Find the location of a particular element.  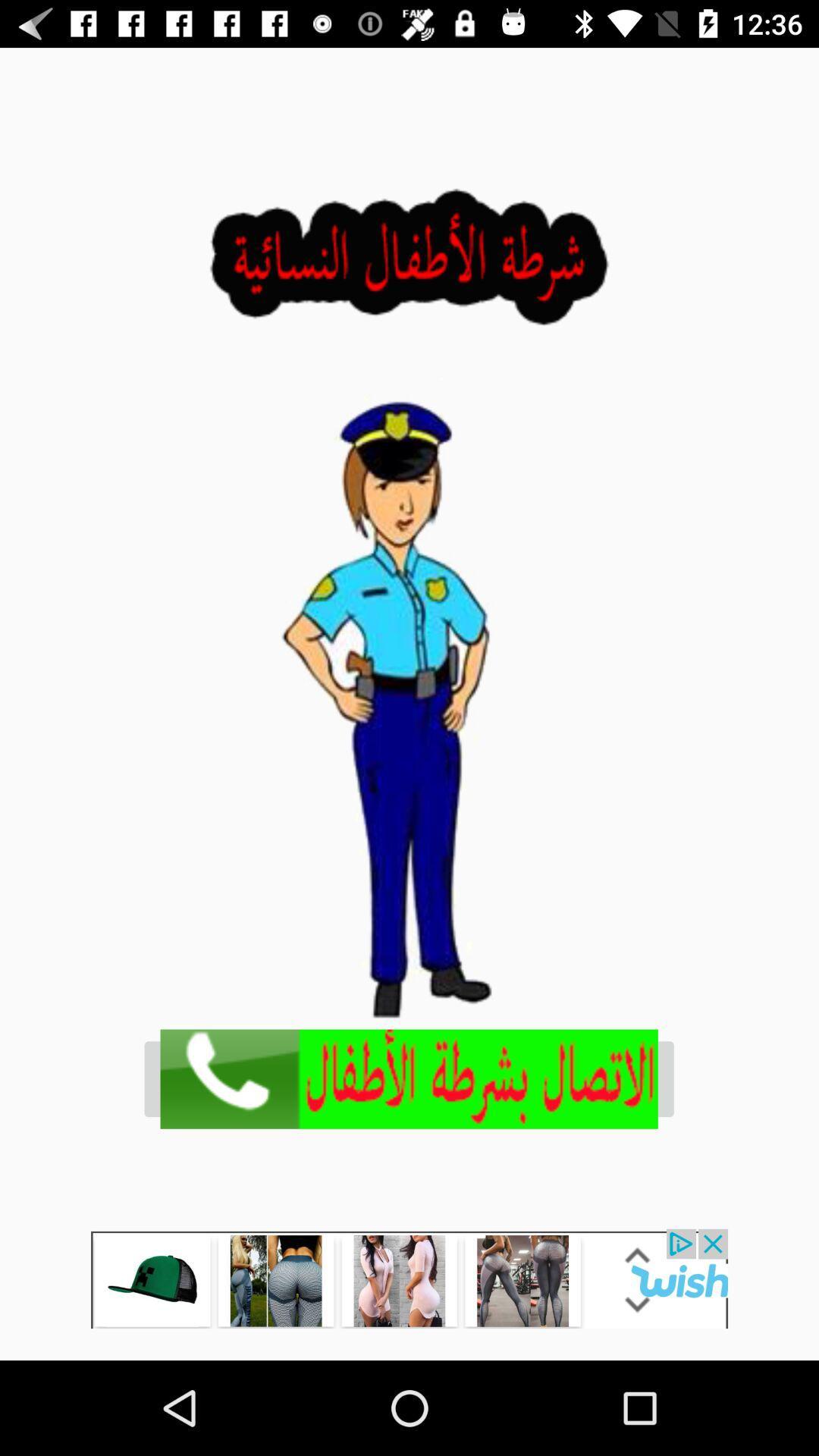

go to wish app is located at coordinates (409, 1278).